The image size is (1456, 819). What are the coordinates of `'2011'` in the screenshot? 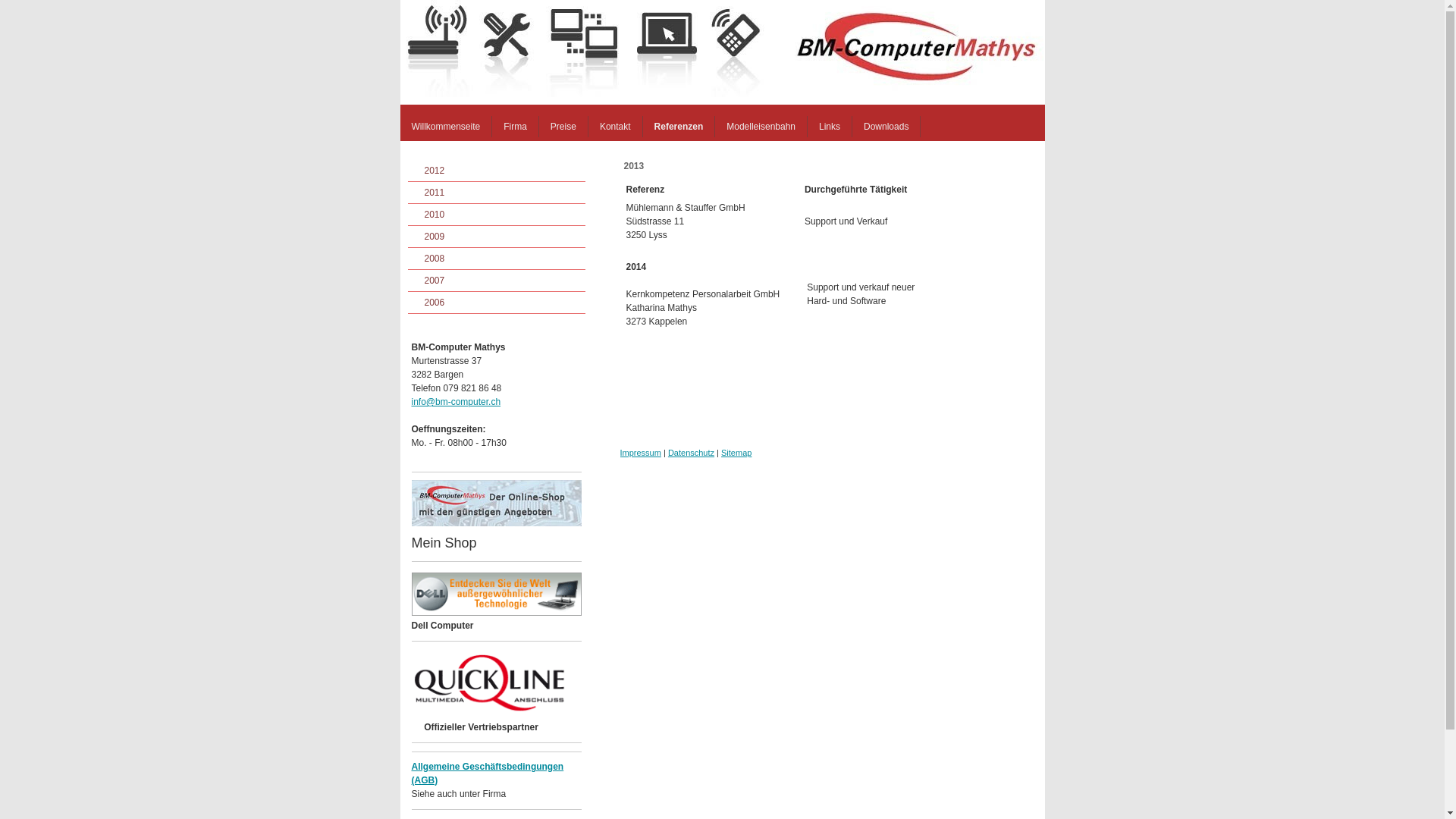 It's located at (496, 192).